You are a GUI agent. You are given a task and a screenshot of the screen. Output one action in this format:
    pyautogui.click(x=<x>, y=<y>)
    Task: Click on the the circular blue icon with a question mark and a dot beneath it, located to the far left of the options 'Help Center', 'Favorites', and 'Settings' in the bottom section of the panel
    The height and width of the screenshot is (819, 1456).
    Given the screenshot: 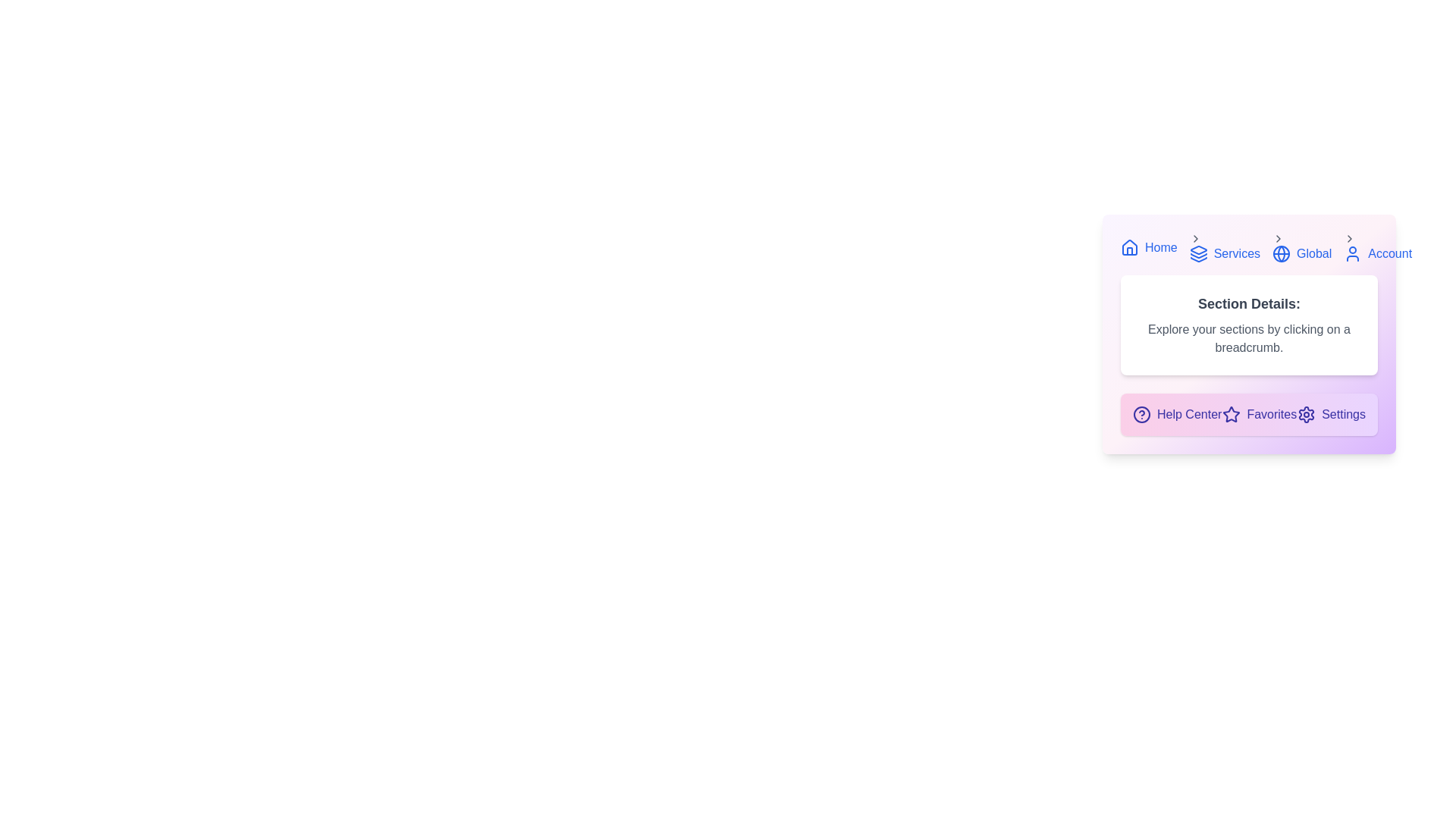 What is the action you would take?
    pyautogui.click(x=1142, y=415)
    